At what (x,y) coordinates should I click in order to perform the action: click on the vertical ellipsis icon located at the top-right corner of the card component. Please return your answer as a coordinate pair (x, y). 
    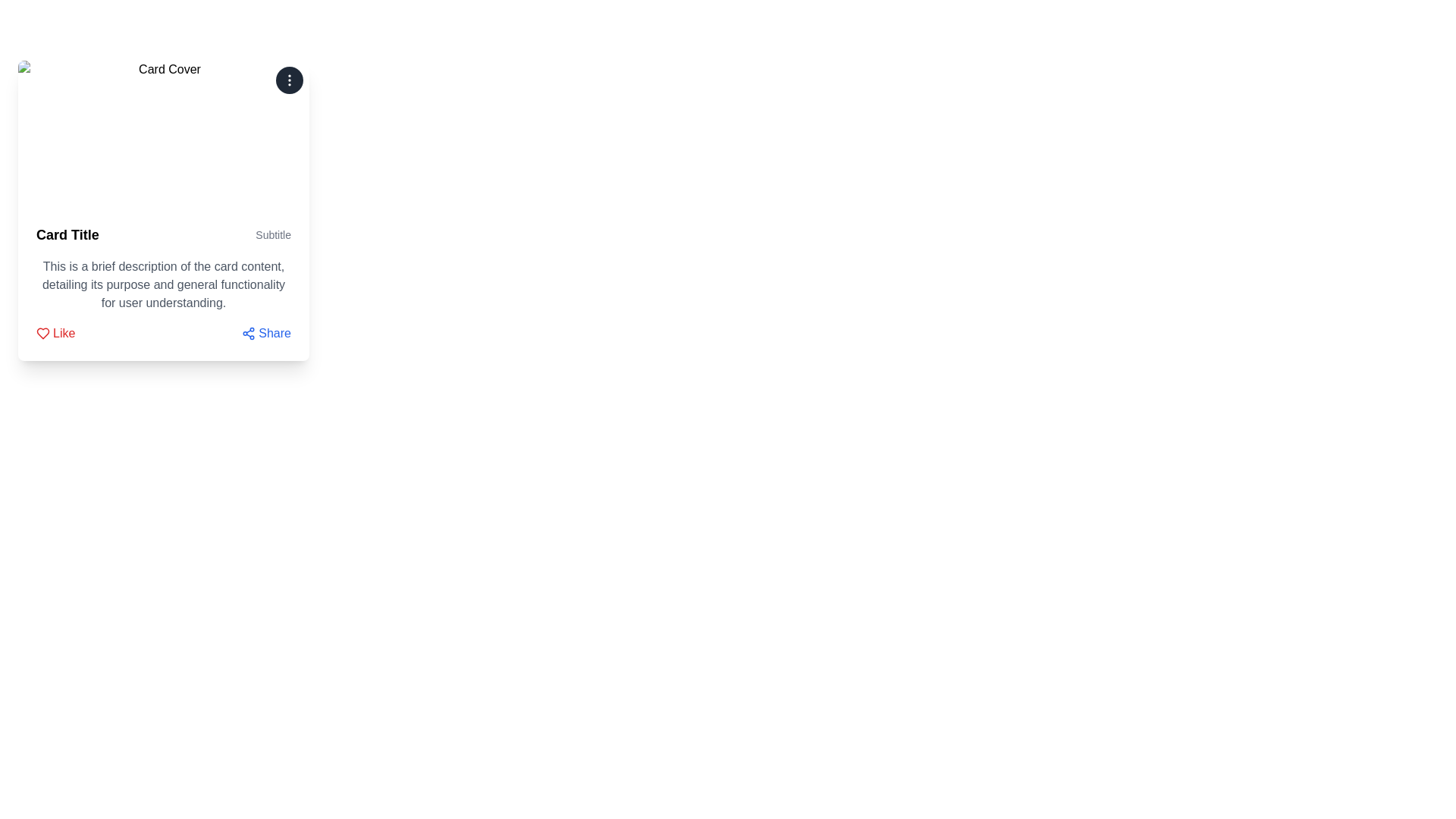
    Looking at the image, I should click on (290, 80).